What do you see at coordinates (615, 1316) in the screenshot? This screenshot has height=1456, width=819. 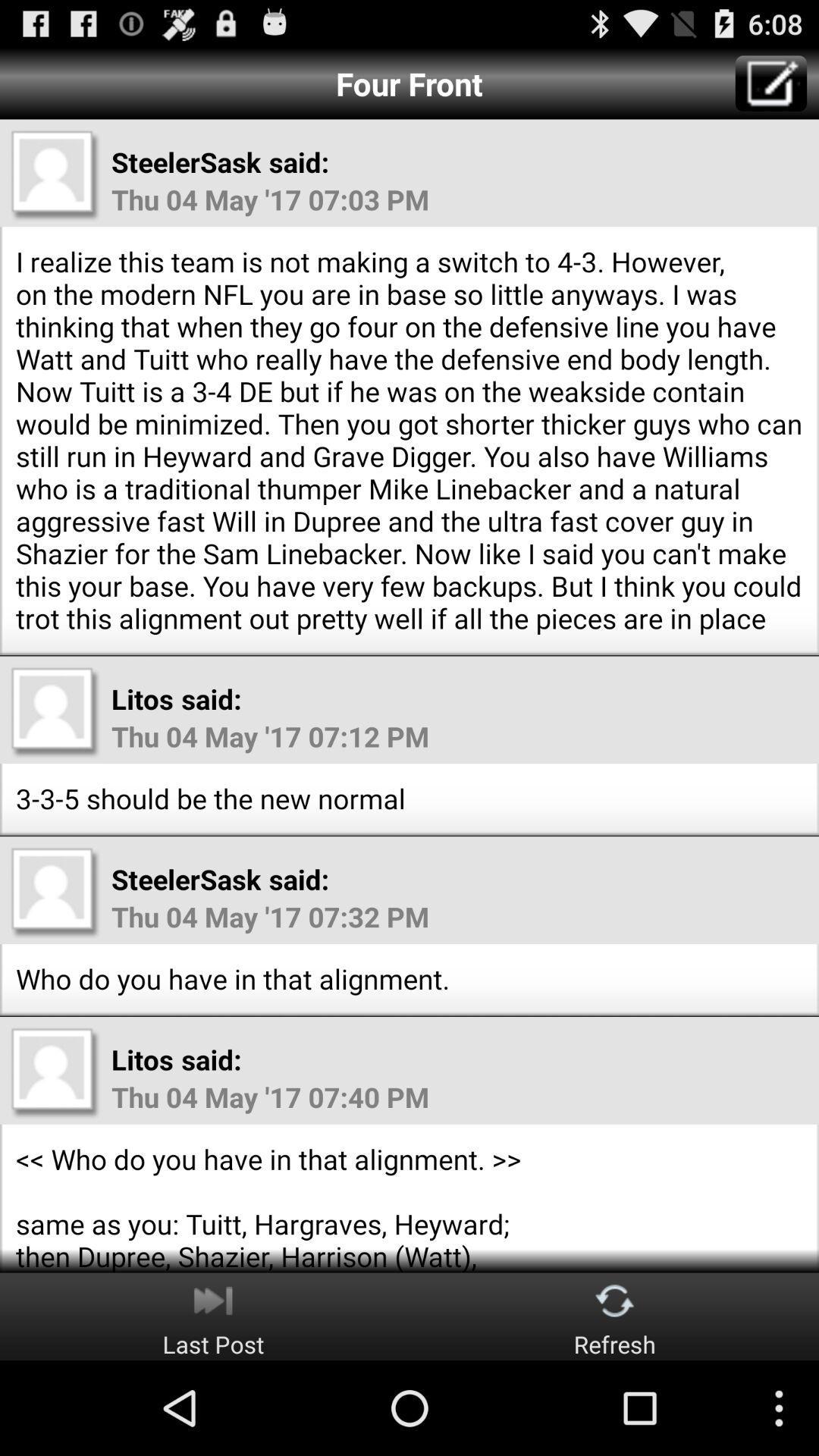 I see `icon below the who do you icon` at bounding box center [615, 1316].